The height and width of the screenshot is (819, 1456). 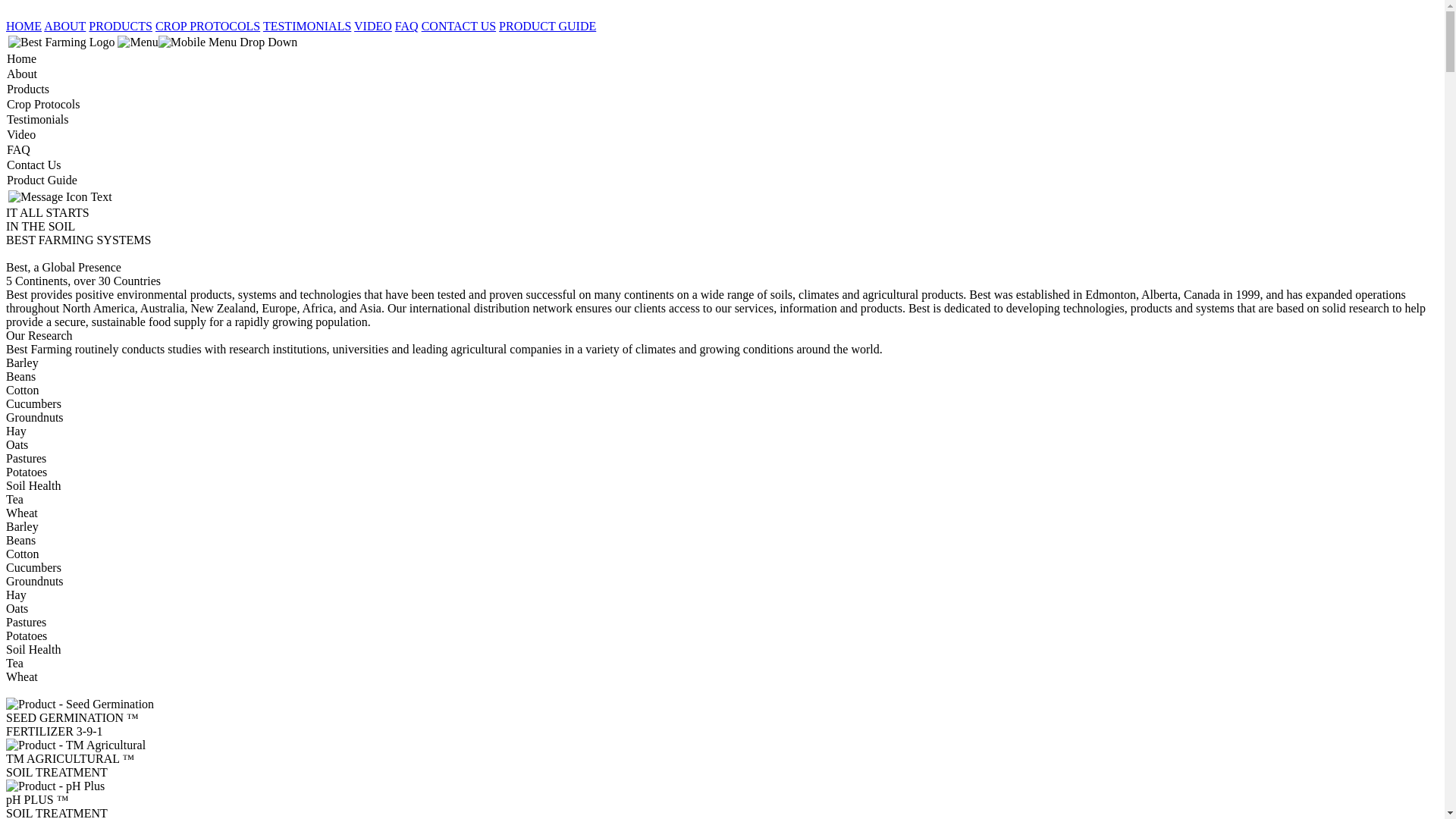 I want to click on 'PRODUCT GUIDE', so click(x=546, y=26).